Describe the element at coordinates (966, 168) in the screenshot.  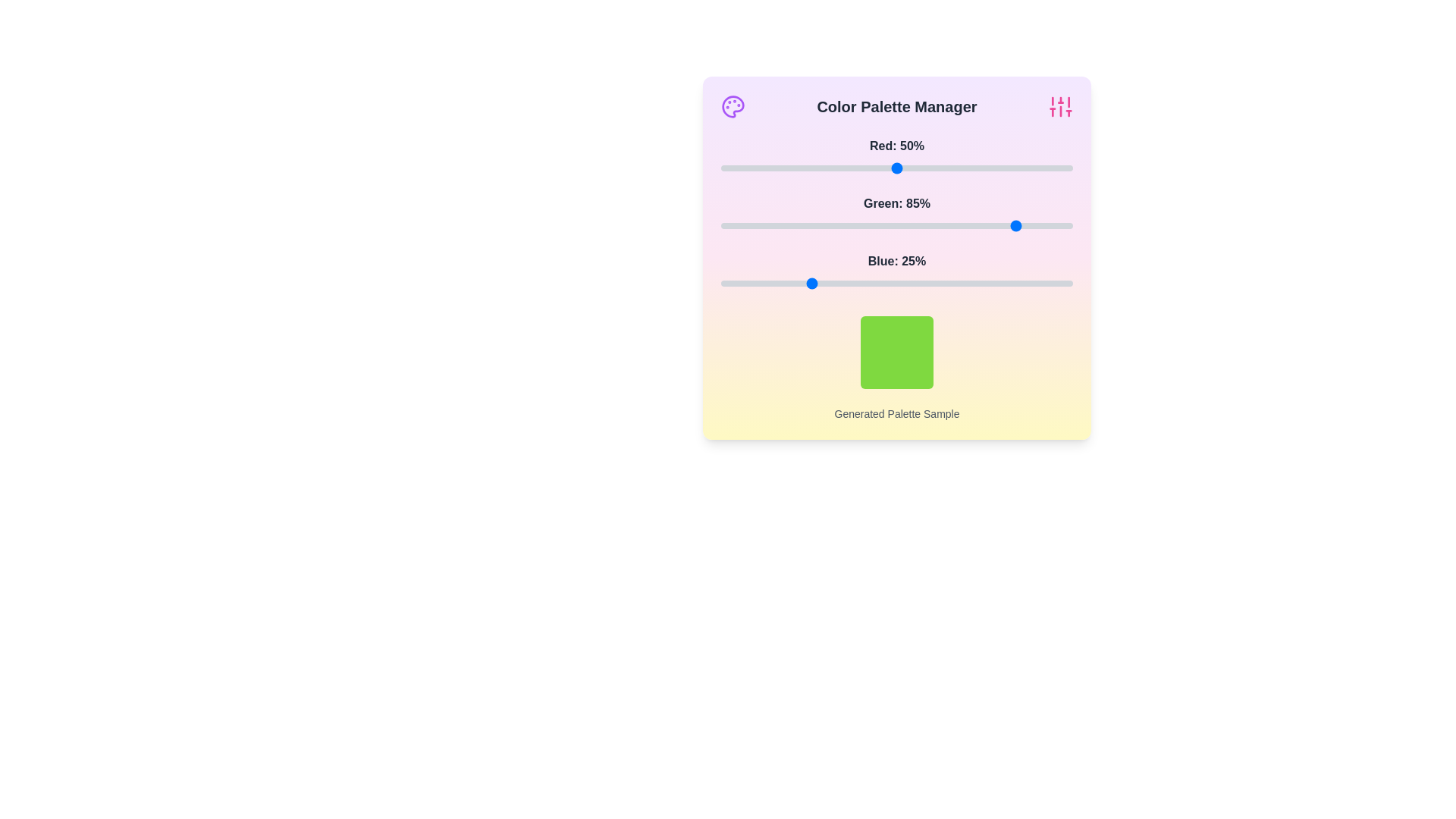
I see `the 0 slider to 70% to observe the updated color sample box` at that location.